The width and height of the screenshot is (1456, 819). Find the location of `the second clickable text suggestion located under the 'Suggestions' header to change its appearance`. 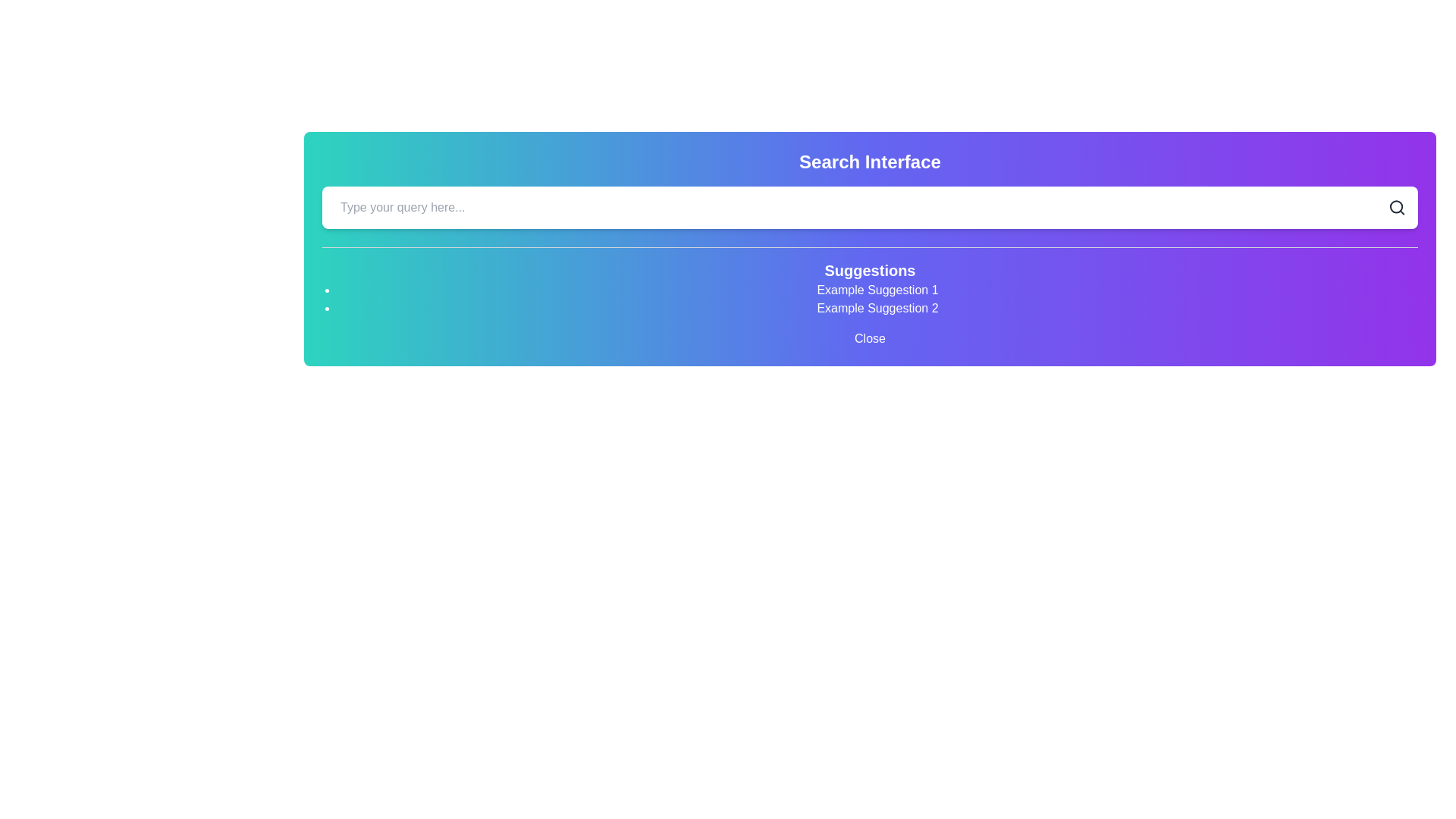

the second clickable text suggestion located under the 'Suggestions' header to change its appearance is located at coordinates (877, 308).